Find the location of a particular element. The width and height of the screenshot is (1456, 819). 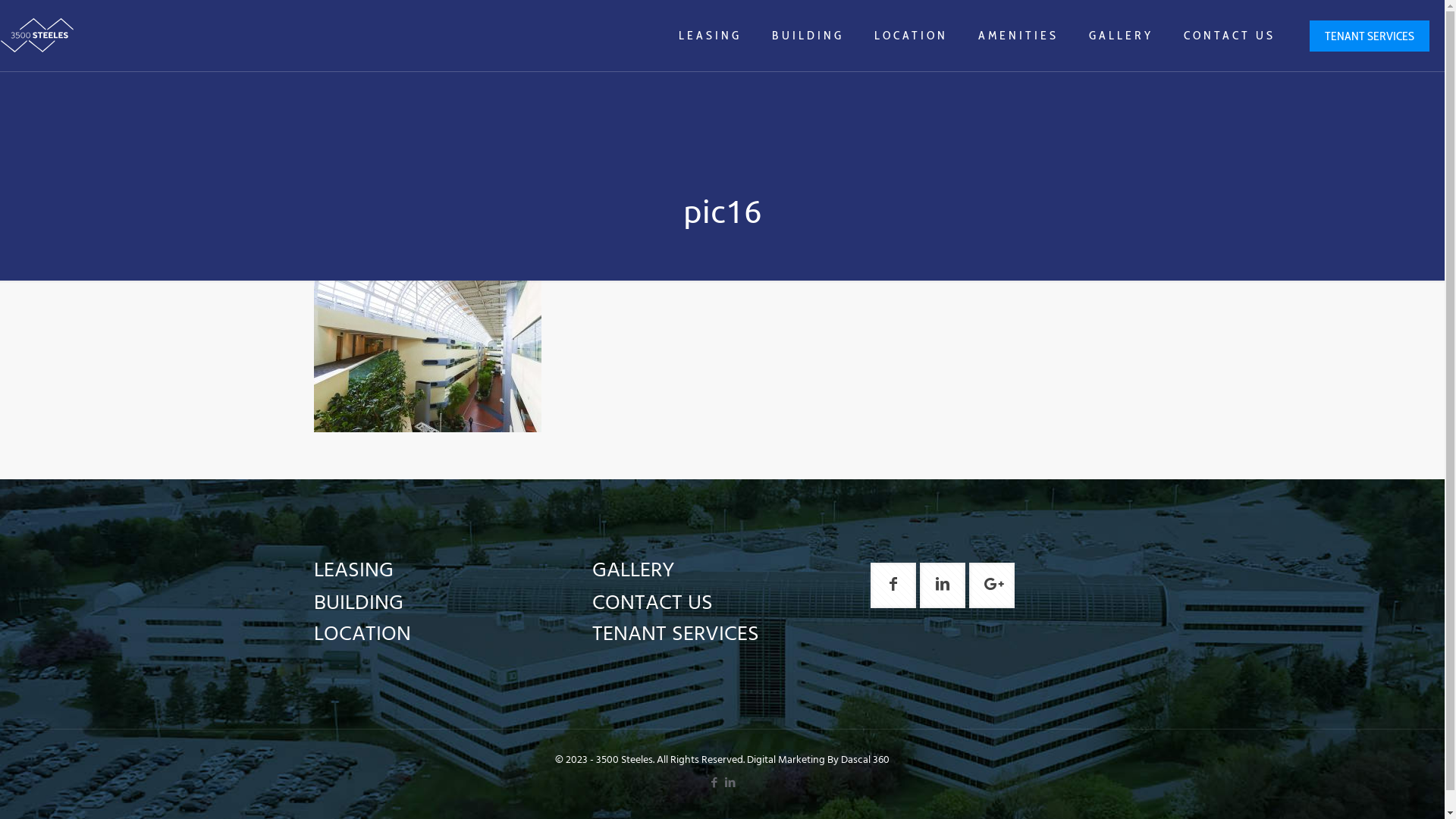

'LOCATION' is located at coordinates (312, 634).